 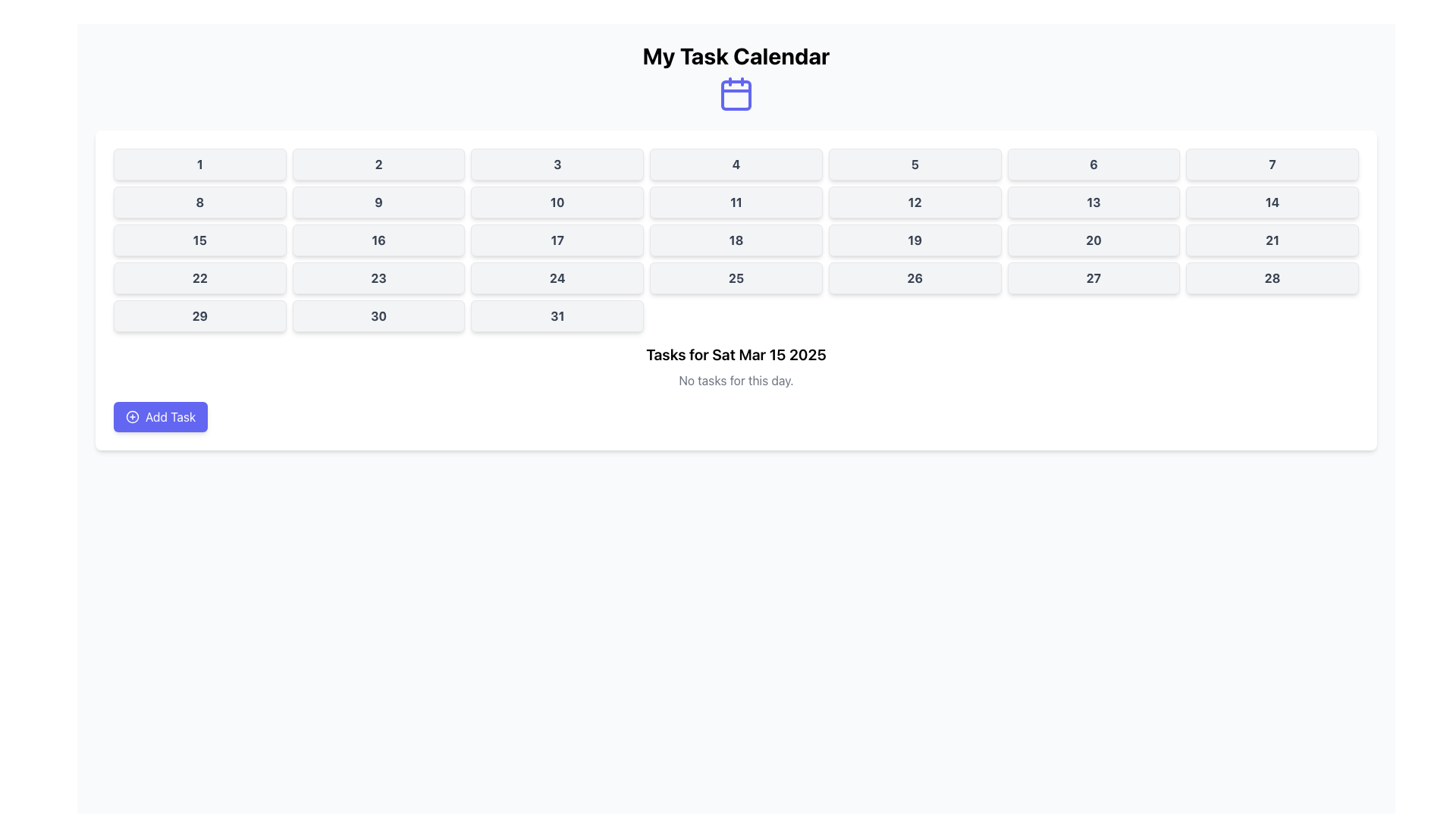 What do you see at coordinates (736, 96) in the screenshot?
I see `the decorative graphical component representing a part of the calendar icon in the 'My Task Calendar' interface, located centrally within the rect element of the calendar` at bounding box center [736, 96].